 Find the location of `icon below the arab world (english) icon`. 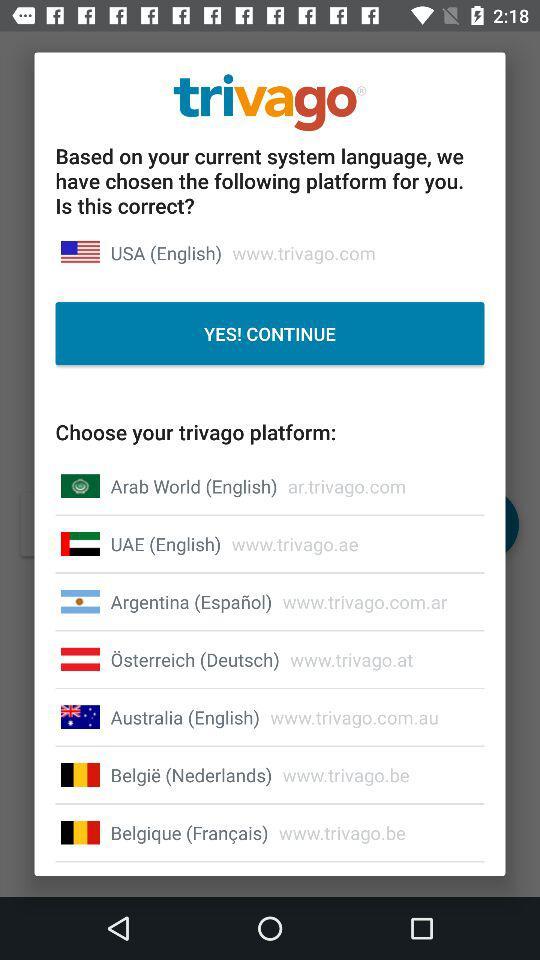

icon below the arab world (english) icon is located at coordinates (164, 544).